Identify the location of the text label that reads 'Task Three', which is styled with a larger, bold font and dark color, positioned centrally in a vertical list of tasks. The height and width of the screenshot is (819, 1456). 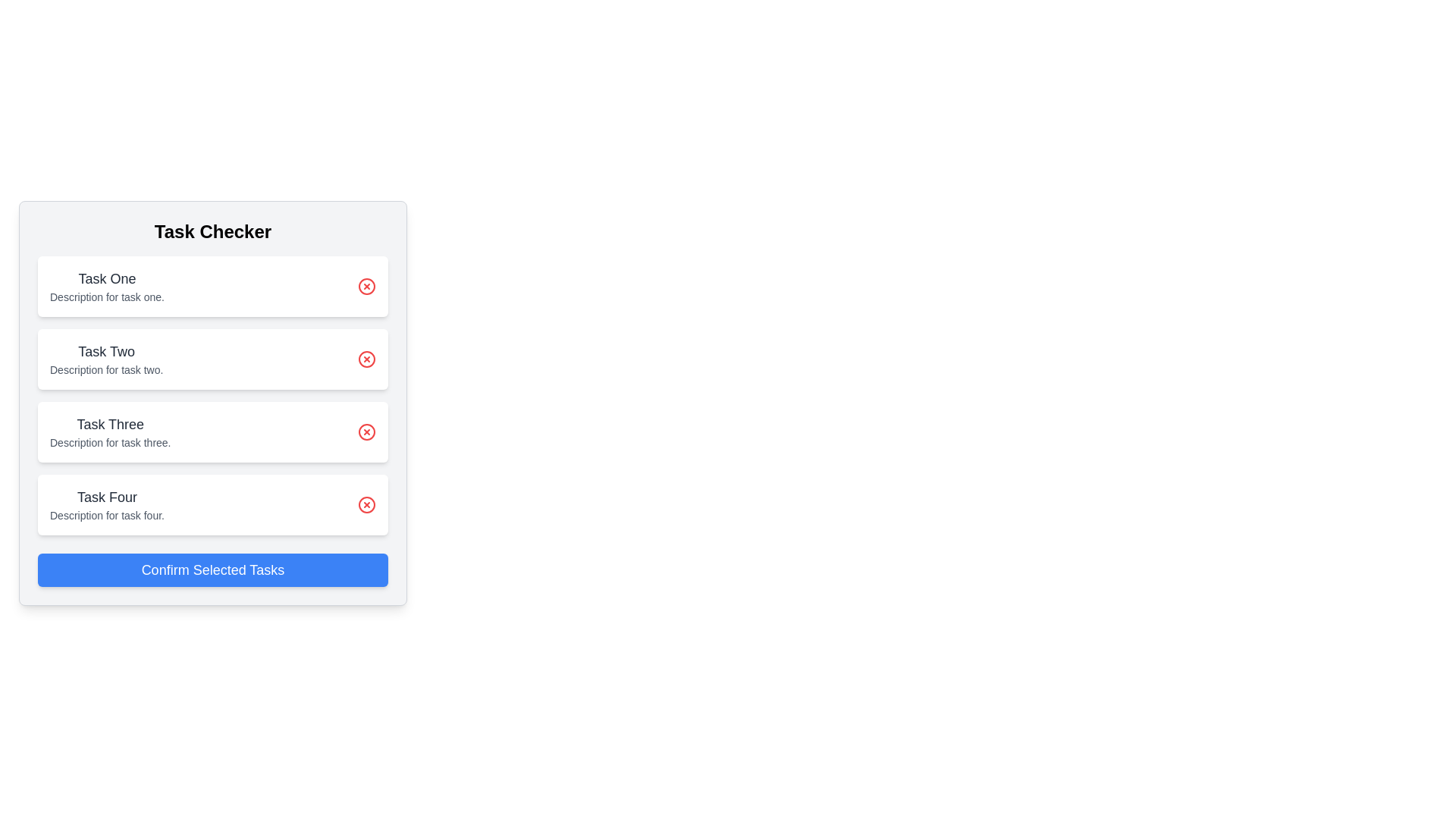
(109, 424).